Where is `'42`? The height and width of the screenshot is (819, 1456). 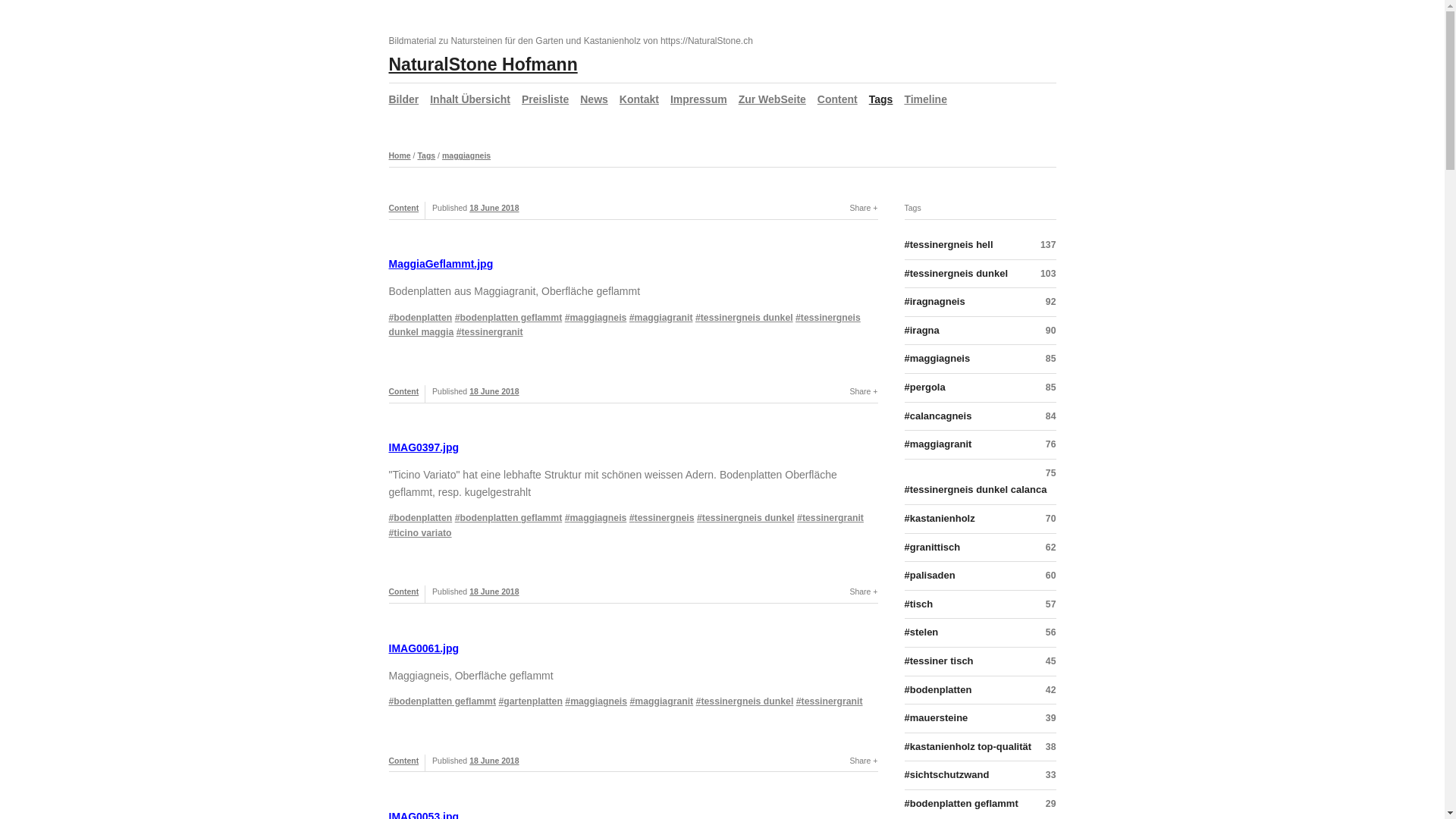
'42 is located at coordinates (979, 690).